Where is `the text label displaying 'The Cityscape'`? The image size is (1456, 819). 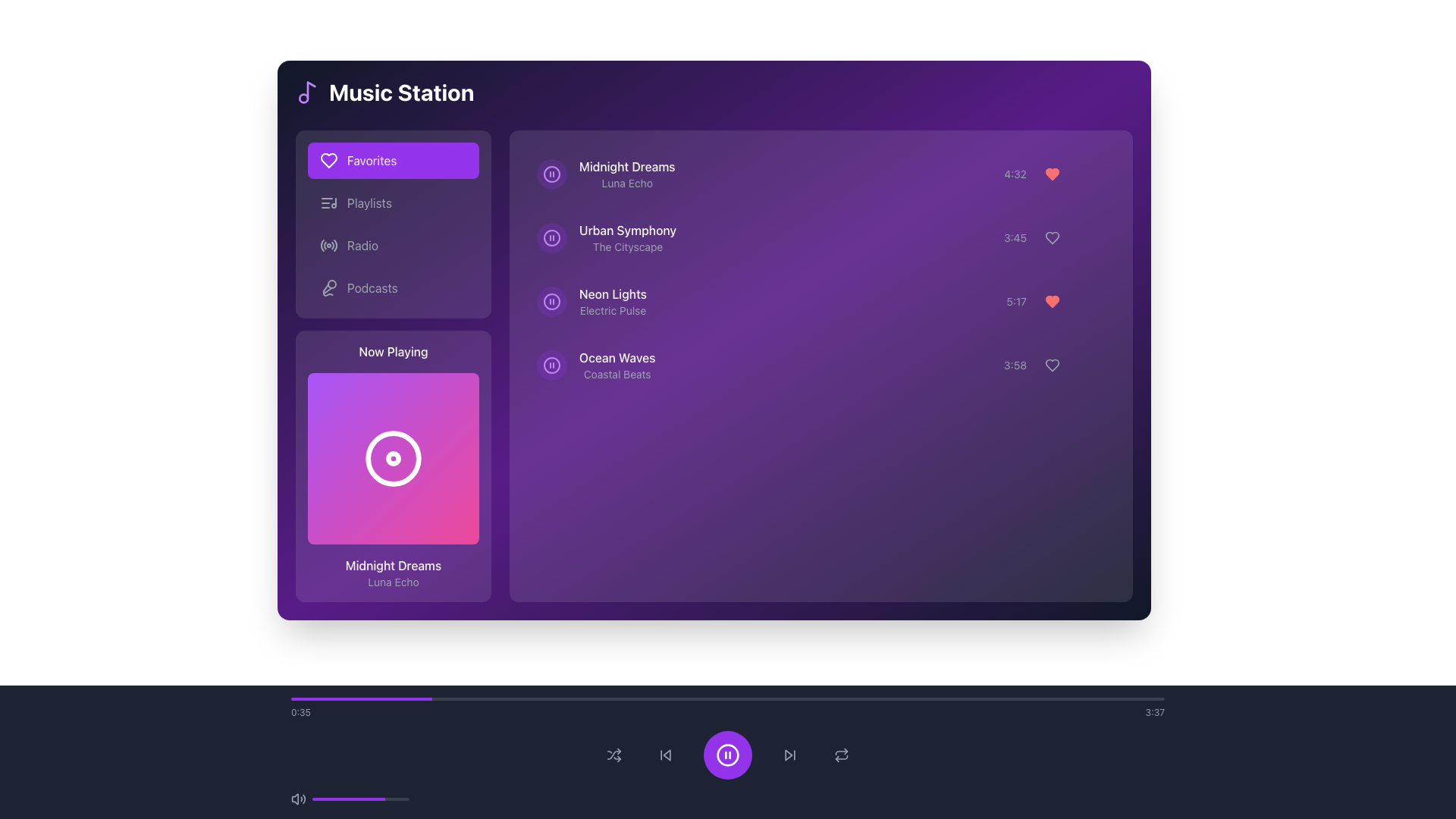
the text label displaying 'The Cityscape' is located at coordinates (628, 246).